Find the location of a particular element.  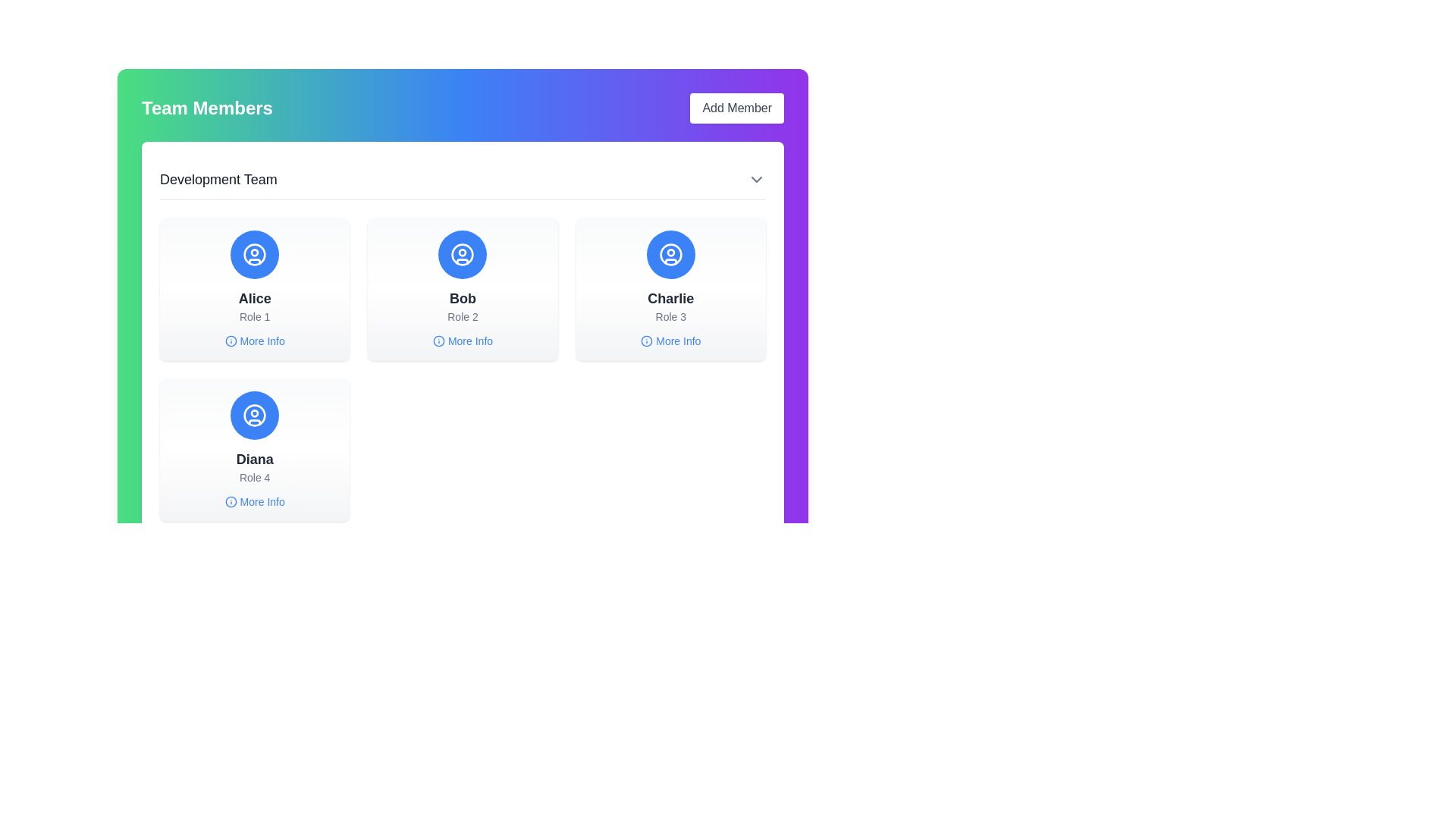

the circular 'i' icon with blue outlines located to the left of the 'More Info' text in the top left card of the grid structure containing 'Alice' and 'Role 1' is located at coordinates (230, 341).